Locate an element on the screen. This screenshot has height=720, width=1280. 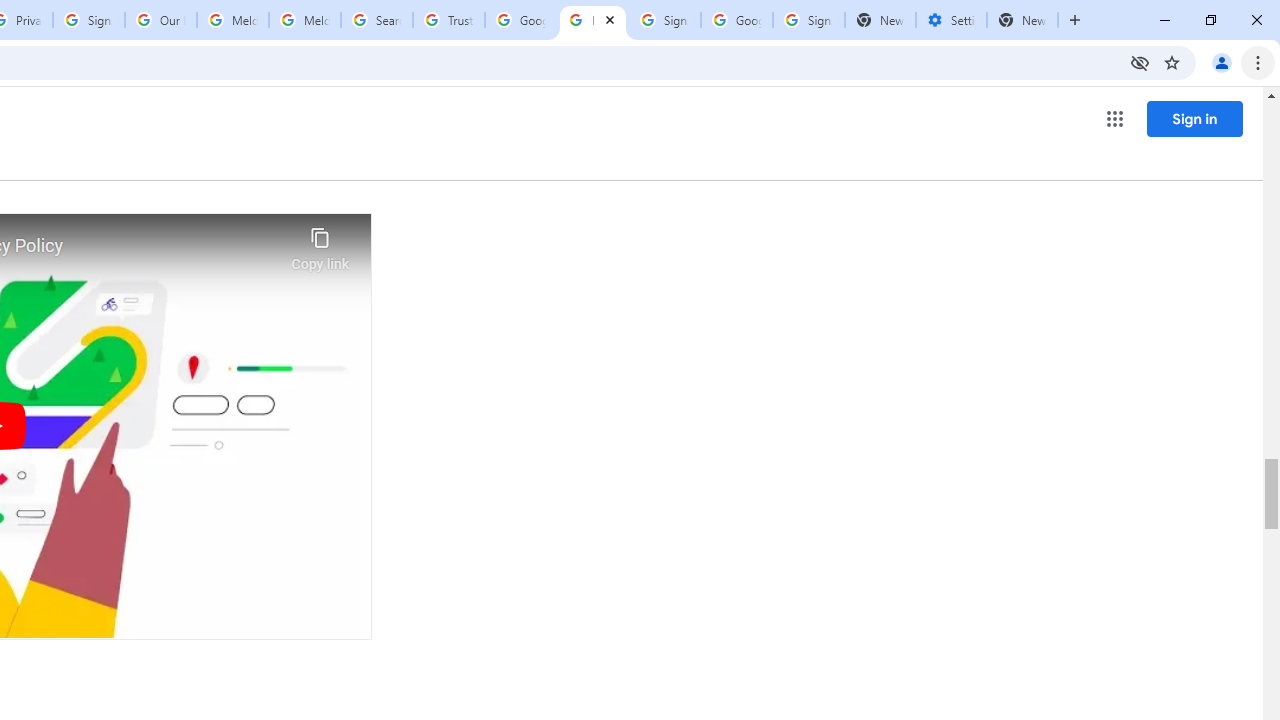
'Google Cybersecurity Innovations - Google Safety Center' is located at coordinates (736, 20).